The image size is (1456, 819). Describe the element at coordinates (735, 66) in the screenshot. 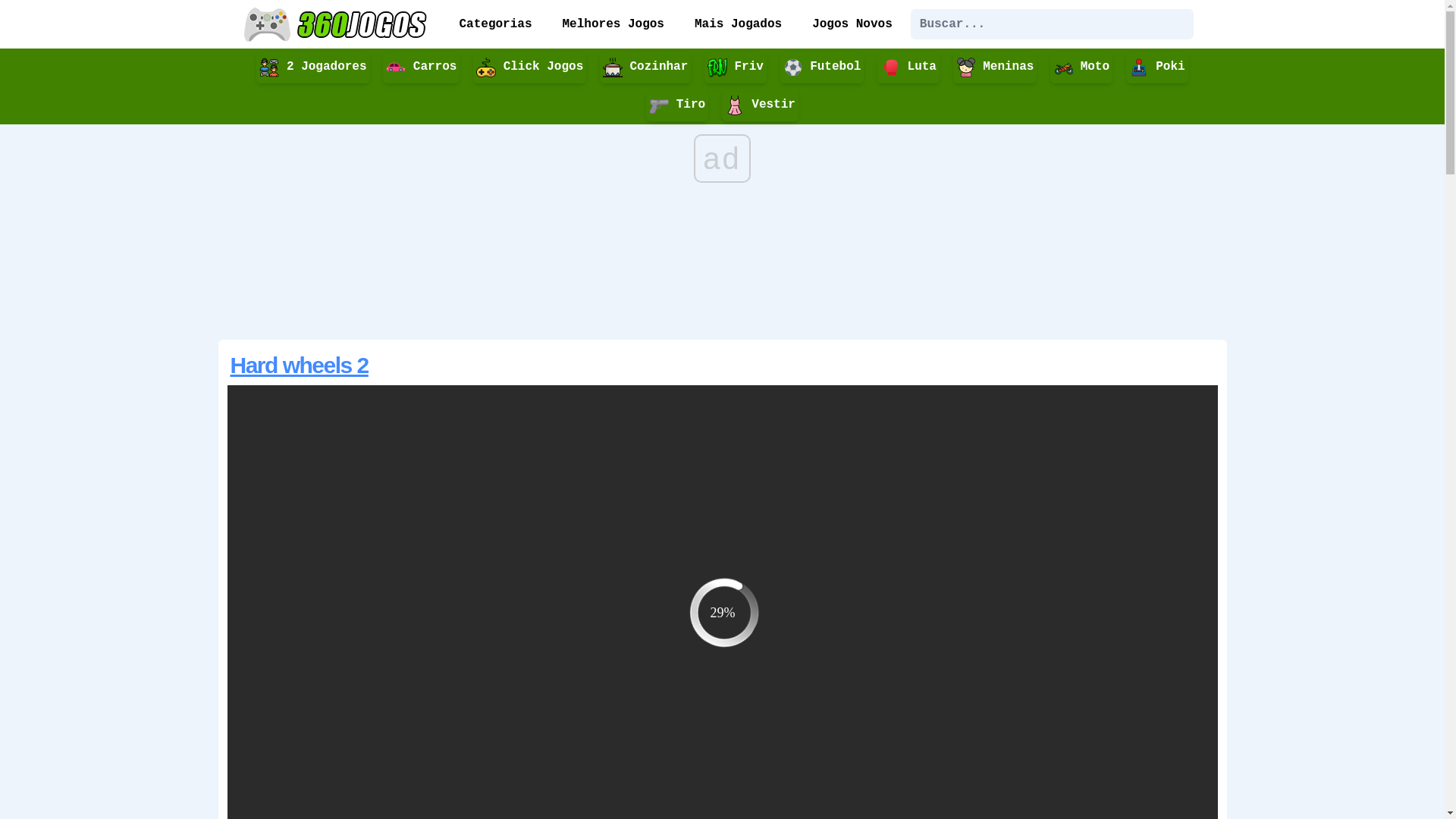

I see `'Friv'` at that location.